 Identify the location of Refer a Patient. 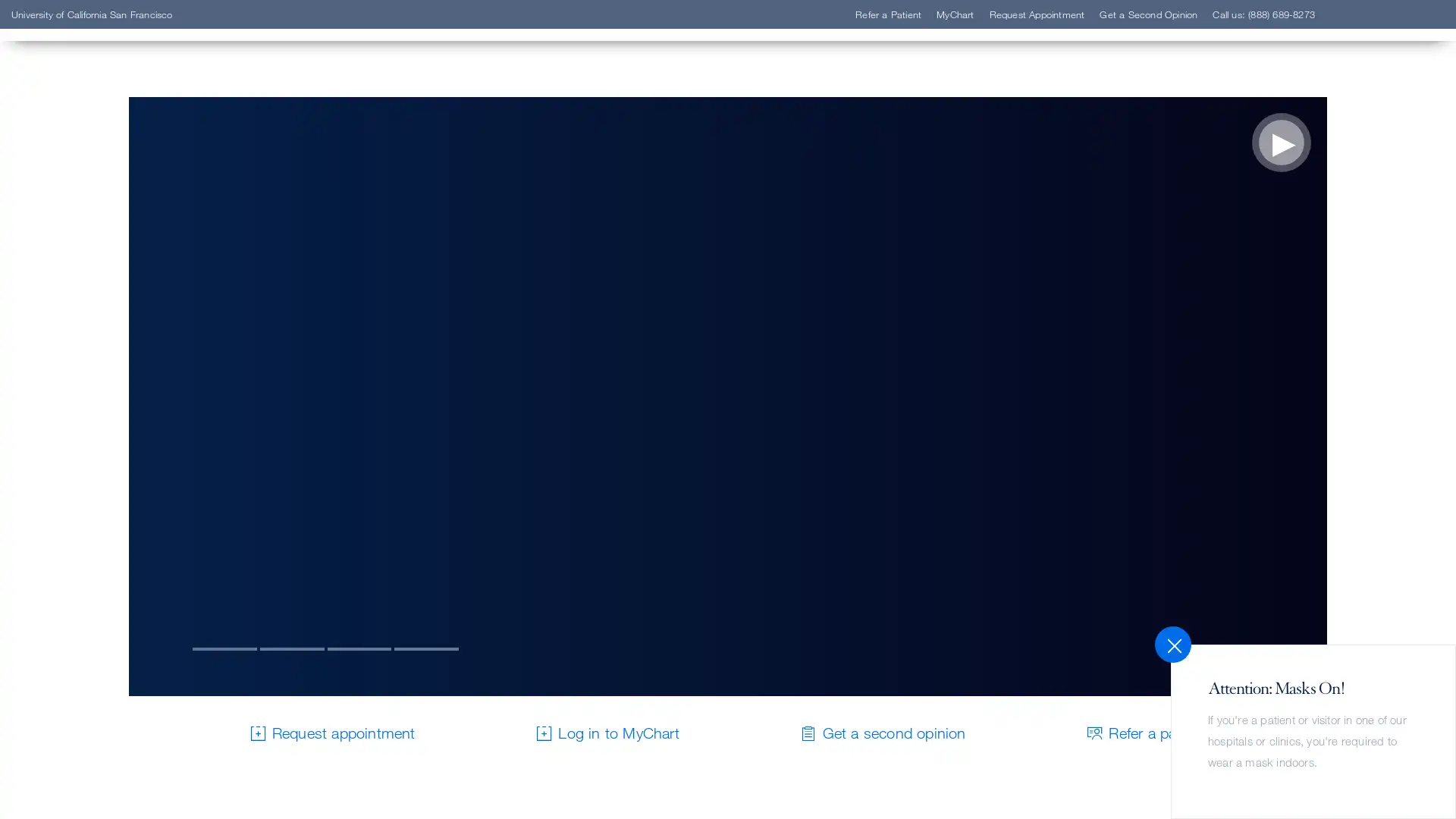
(108, 245).